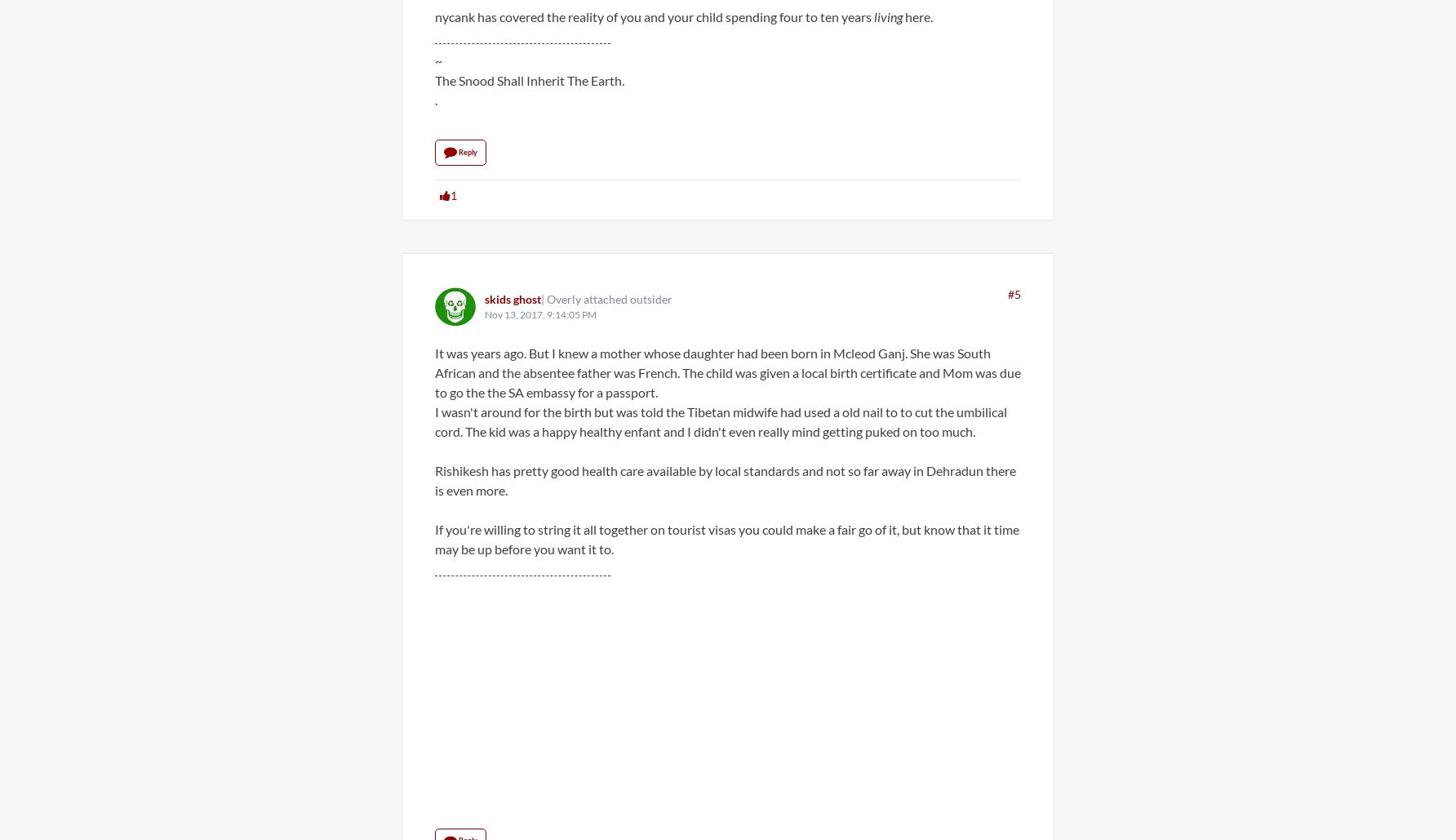 This screenshot has width=1456, height=840. What do you see at coordinates (872, 16) in the screenshot?
I see `'living'` at bounding box center [872, 16].